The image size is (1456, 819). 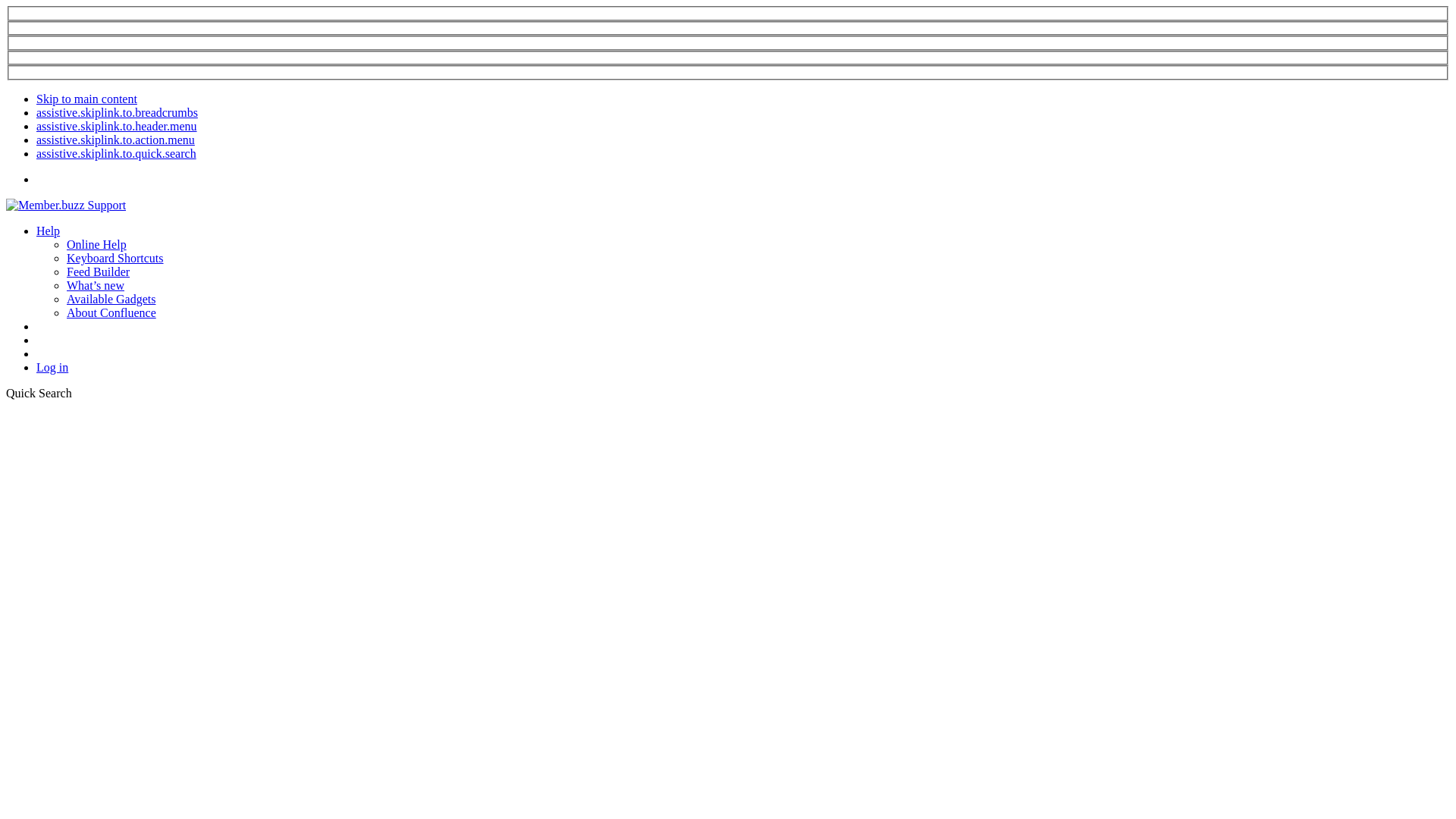 What do you see at coordinates (52, 367) in the screenshot?
I see `'Log in'` at bounding box center [52, 367].